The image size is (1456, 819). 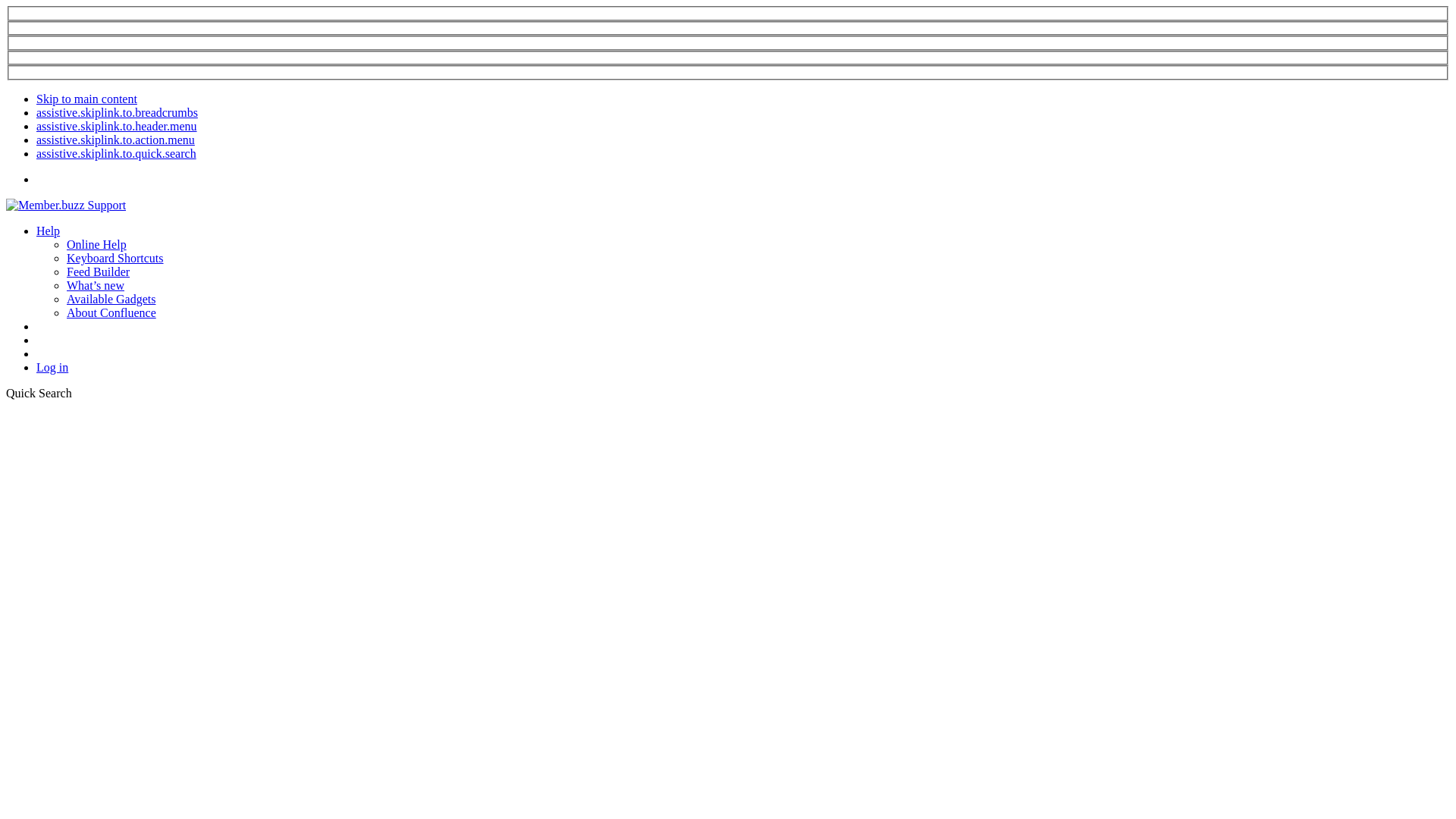 What do you see at coordinates (52, 367) in the screenshot?
I see `'Log in'` at bounding box center [52, 367].